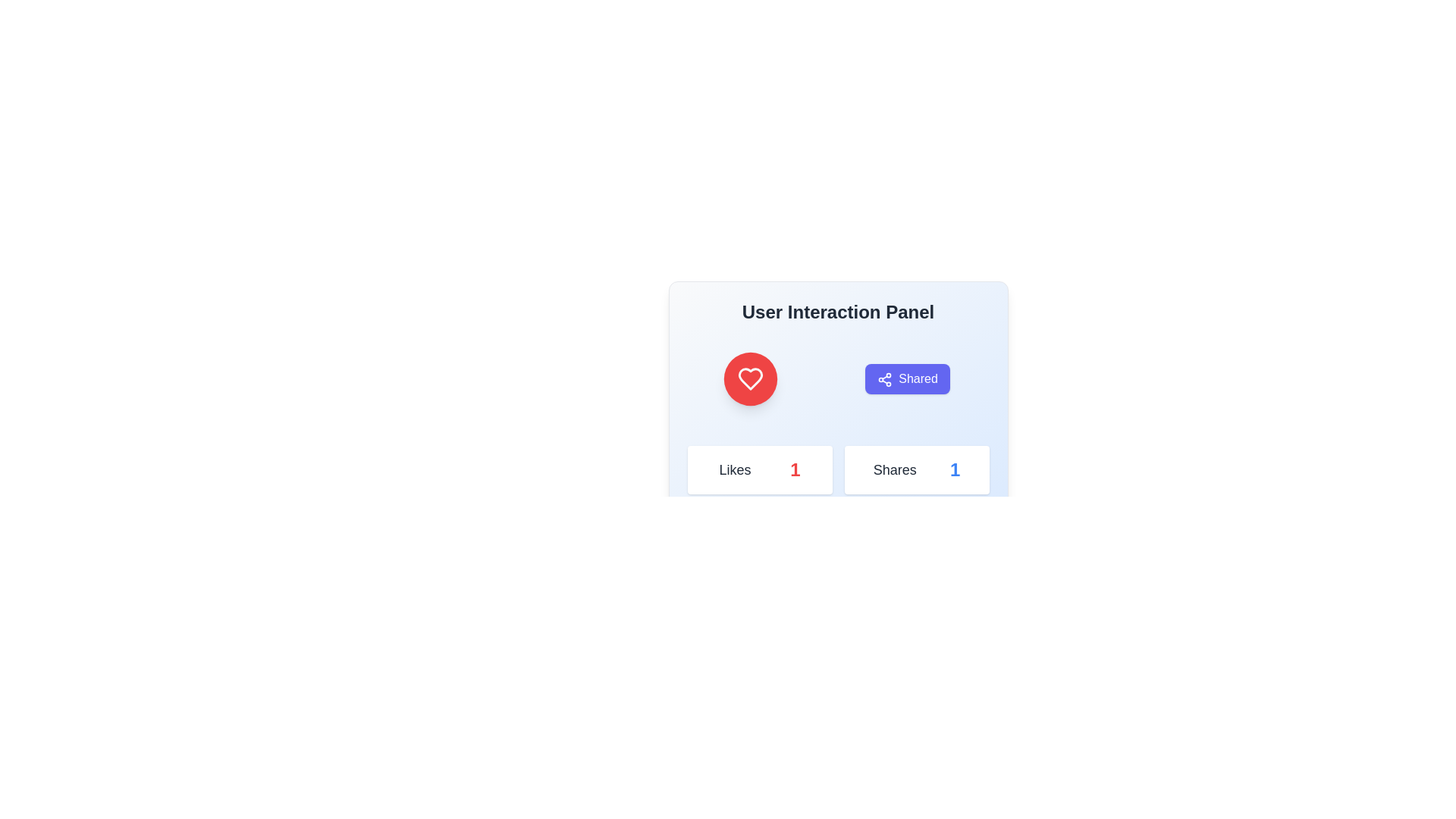 This screenshot has width=1456, height=819. What do you see at coordinates (751, 378) in the screenshot?
I see `the 'like' button located in the upper left area of the user interaction panel, adjacent to the blue 'Shared' button` at bounding box center [751, 378].